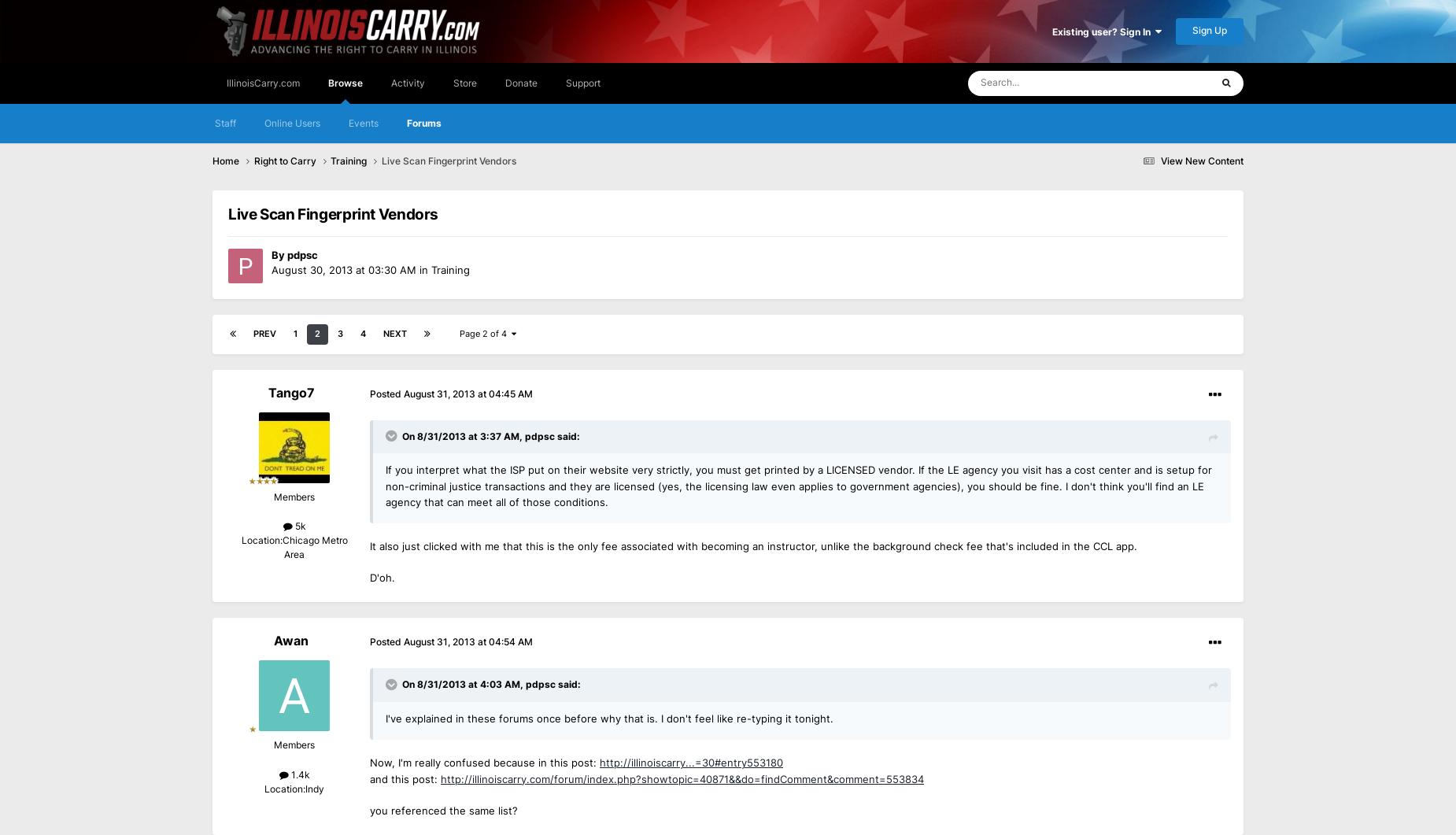 The height and width of the screenshot is (835, 1456). I want to click on 'you referenced the same list?', so click(444, 809).